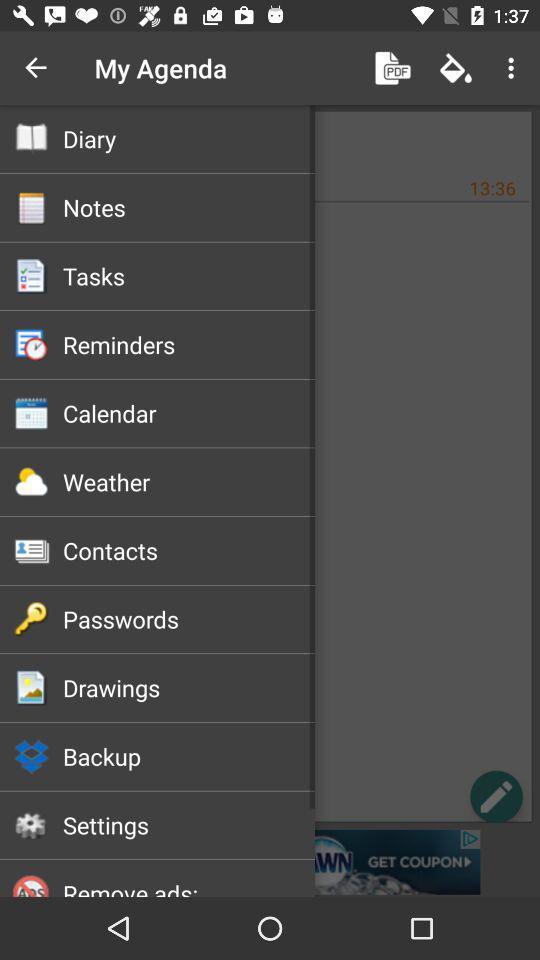  Describe the element at coordinates (495, 796) in the screenshot. I see `the edit icon` at that location.